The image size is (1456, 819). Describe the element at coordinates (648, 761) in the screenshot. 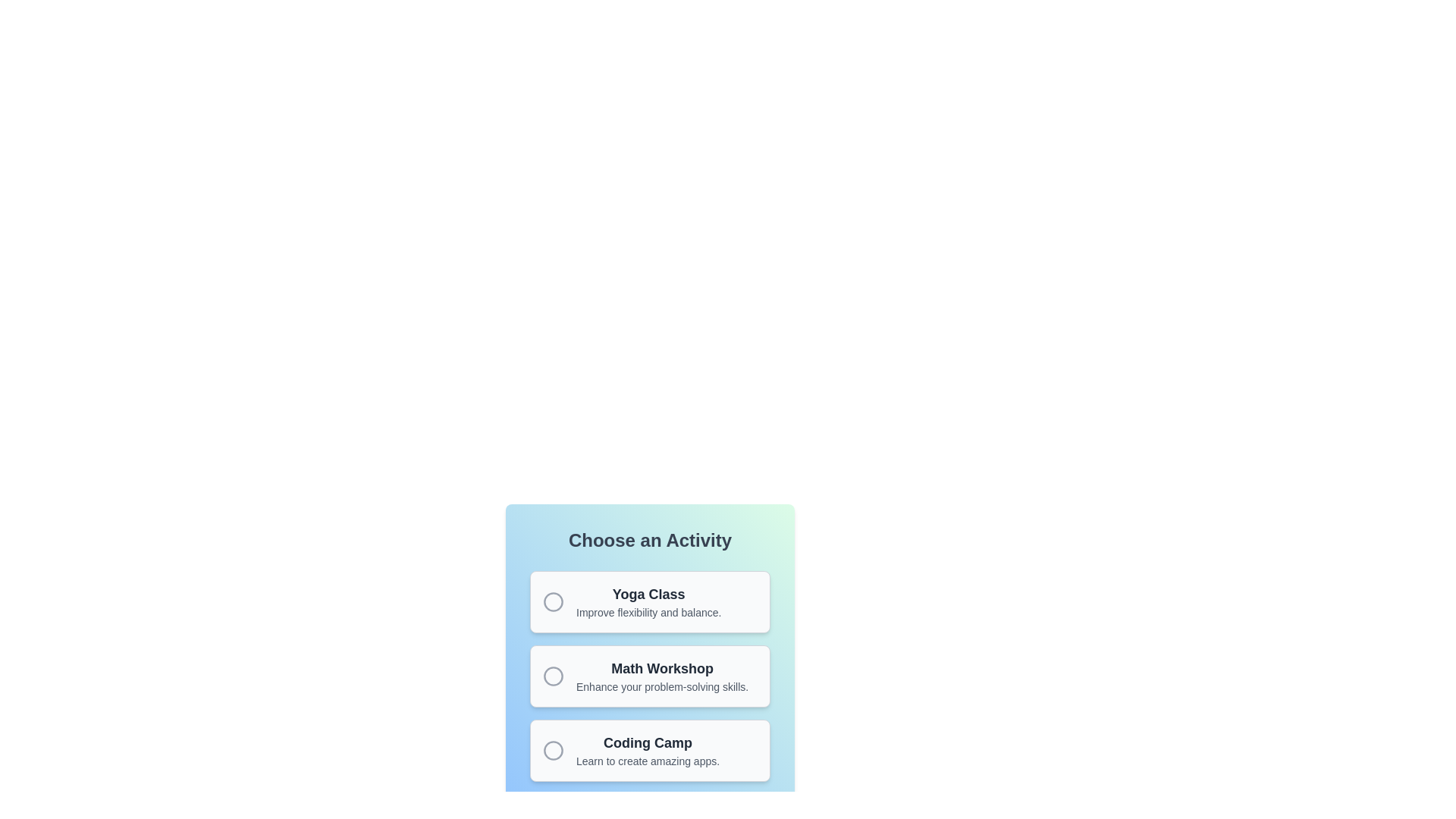

I see `the text label displaying the message 'Learn to create amazing apps.' located beneath the 'Coding Camp' title in the third choice card` at that location.